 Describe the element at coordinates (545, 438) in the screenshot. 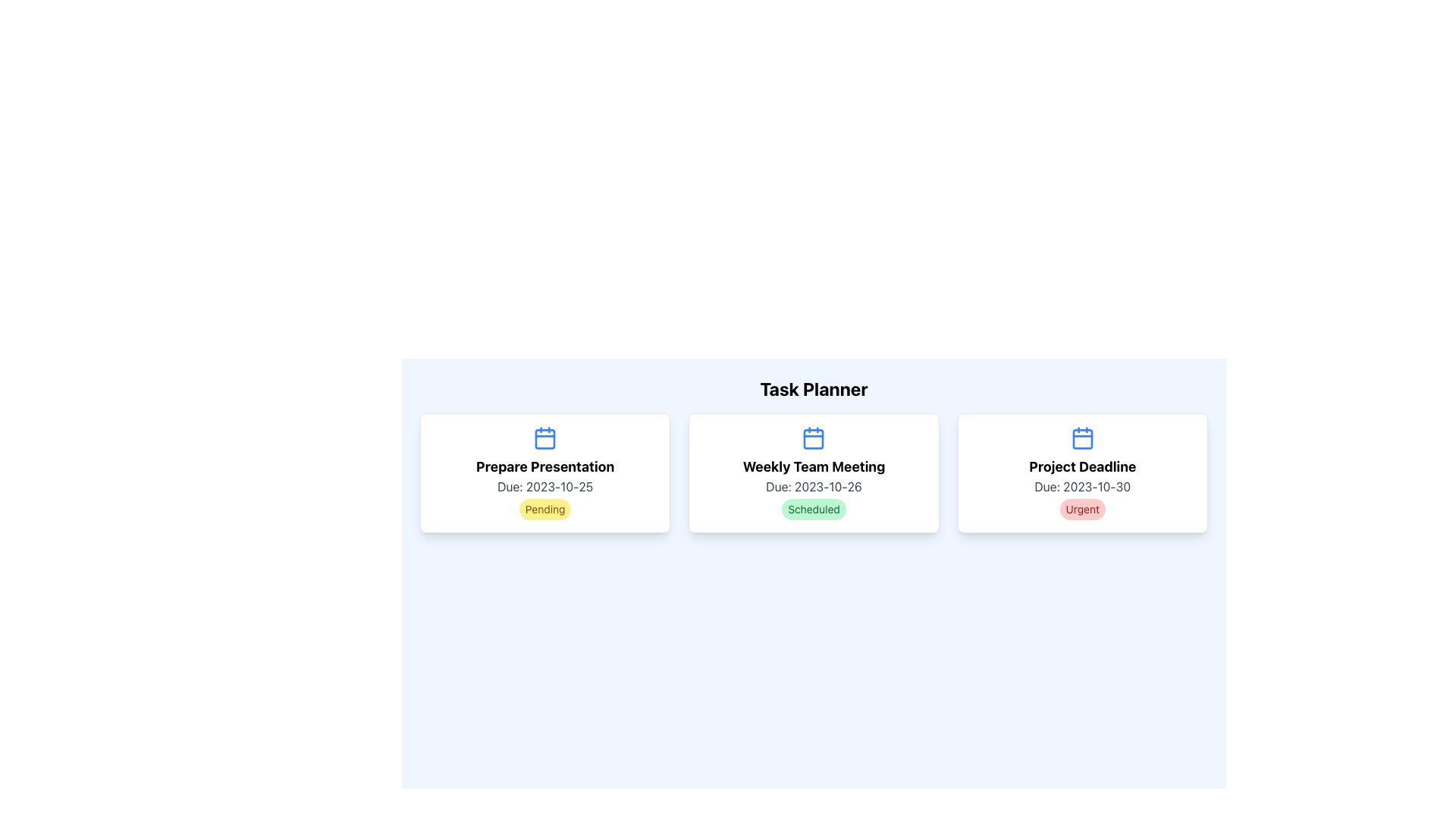

I see `the calendar icon located at the top center of the 'Prepare Presentation' task card in the Task Planner dashboard, which signifies the due date of the task` at that location.